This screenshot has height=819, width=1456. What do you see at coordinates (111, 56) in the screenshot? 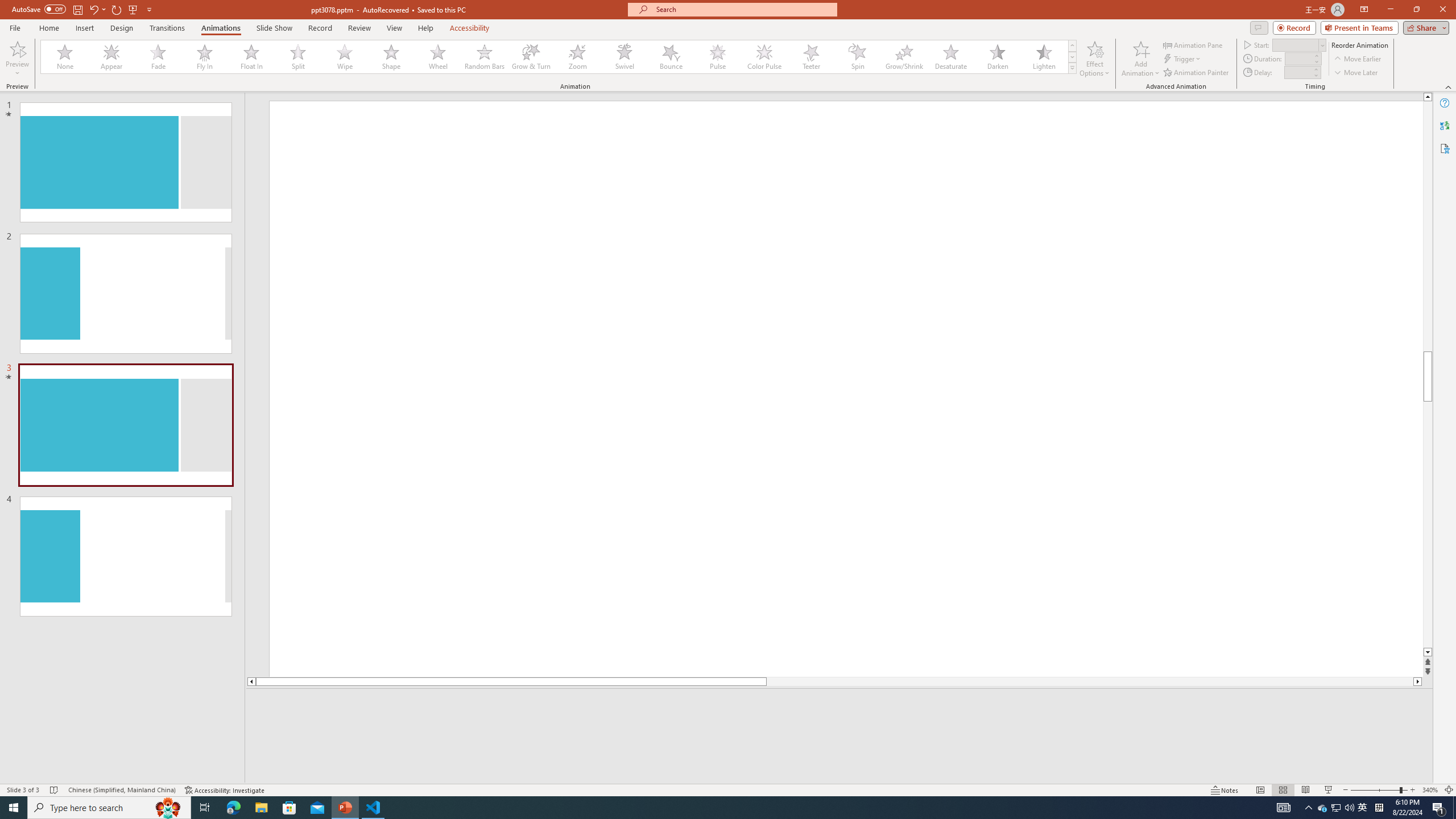
I see `'Appear'` at bounding box center [111, 56].